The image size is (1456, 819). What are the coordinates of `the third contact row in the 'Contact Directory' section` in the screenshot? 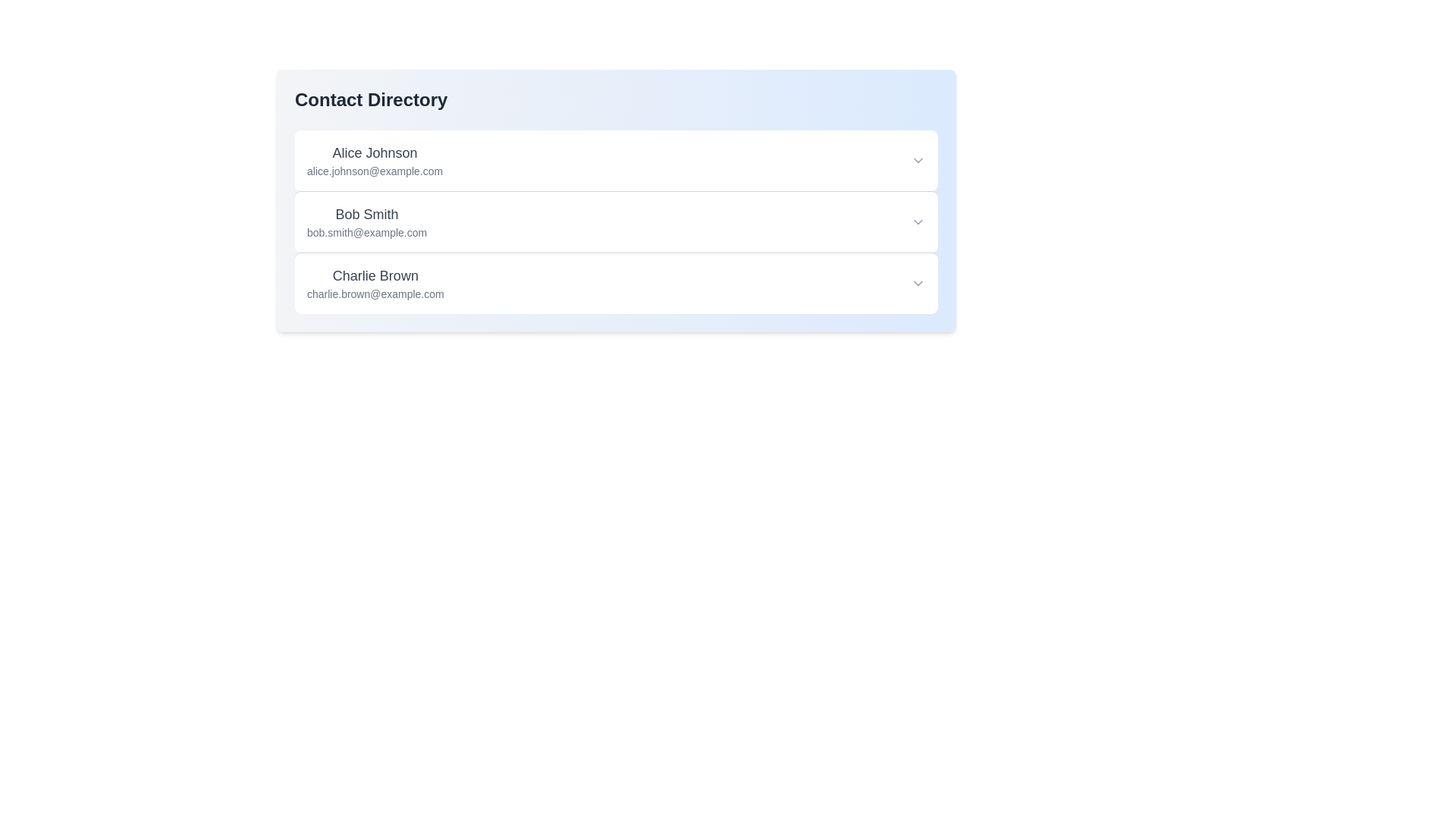 It's located at (616, 284).